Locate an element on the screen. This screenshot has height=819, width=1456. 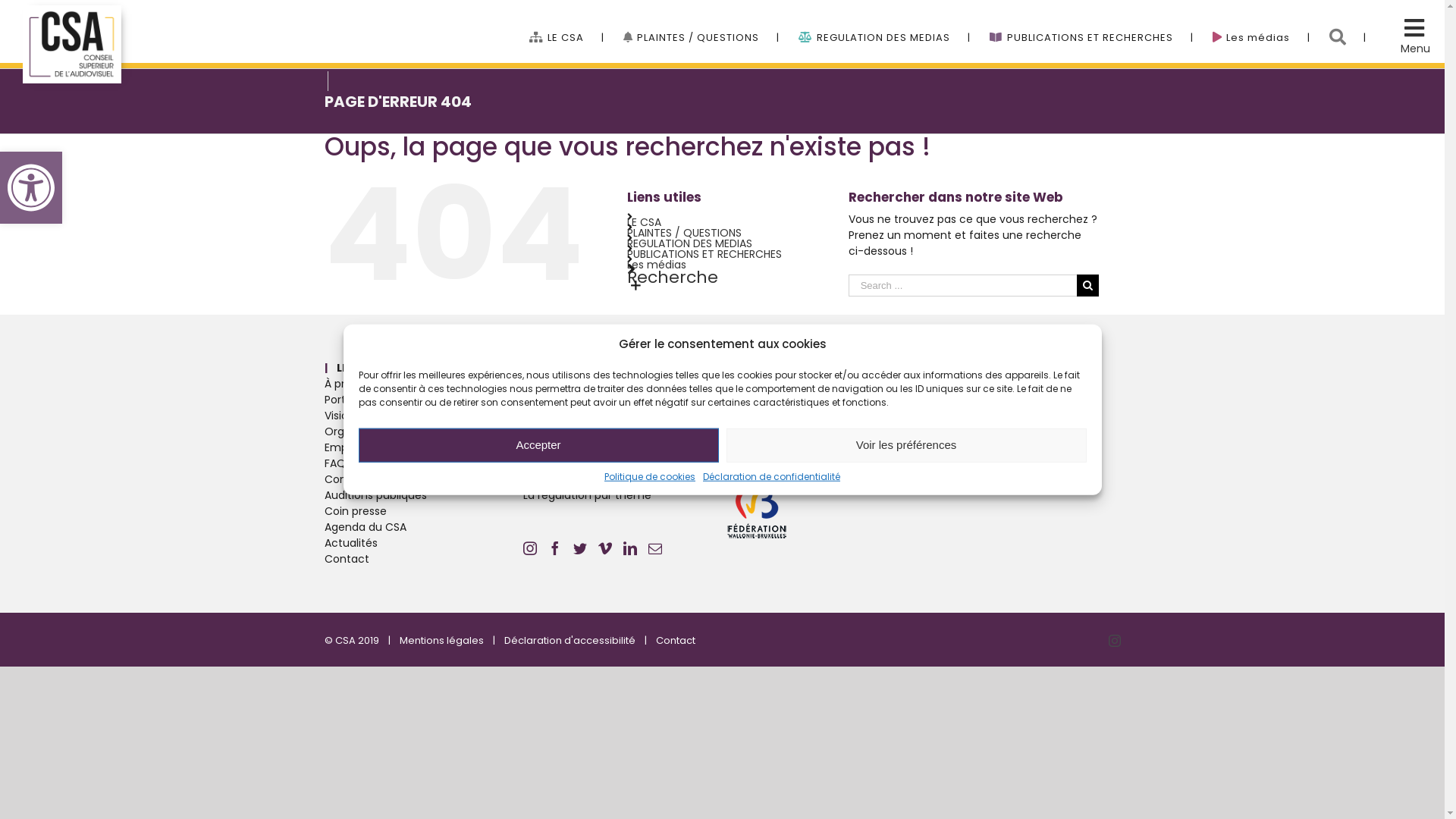
'REGULATION DES MEDIAS' is located at coordinates (884, 22).